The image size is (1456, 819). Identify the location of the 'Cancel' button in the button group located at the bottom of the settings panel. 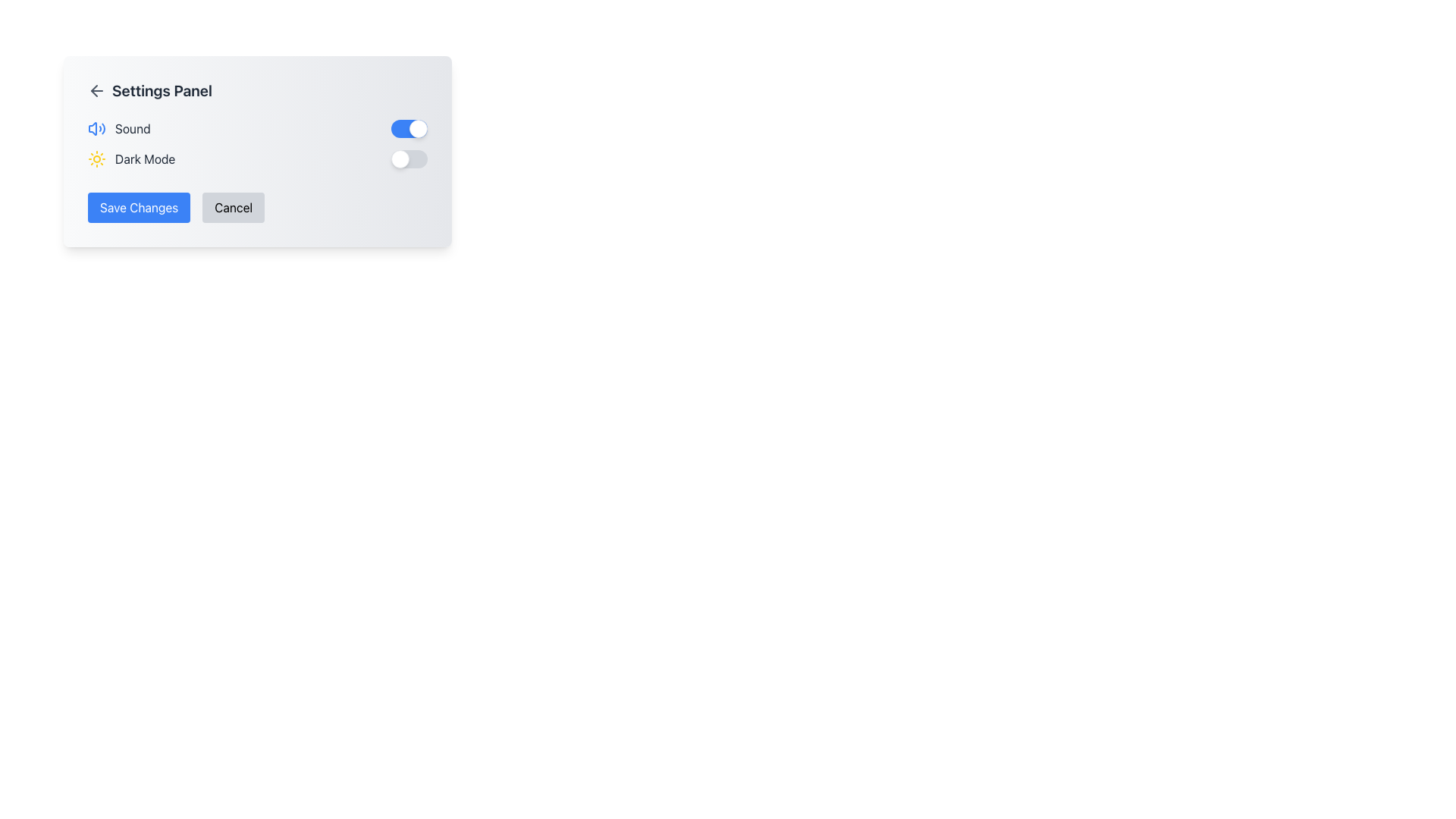
(258, 207).